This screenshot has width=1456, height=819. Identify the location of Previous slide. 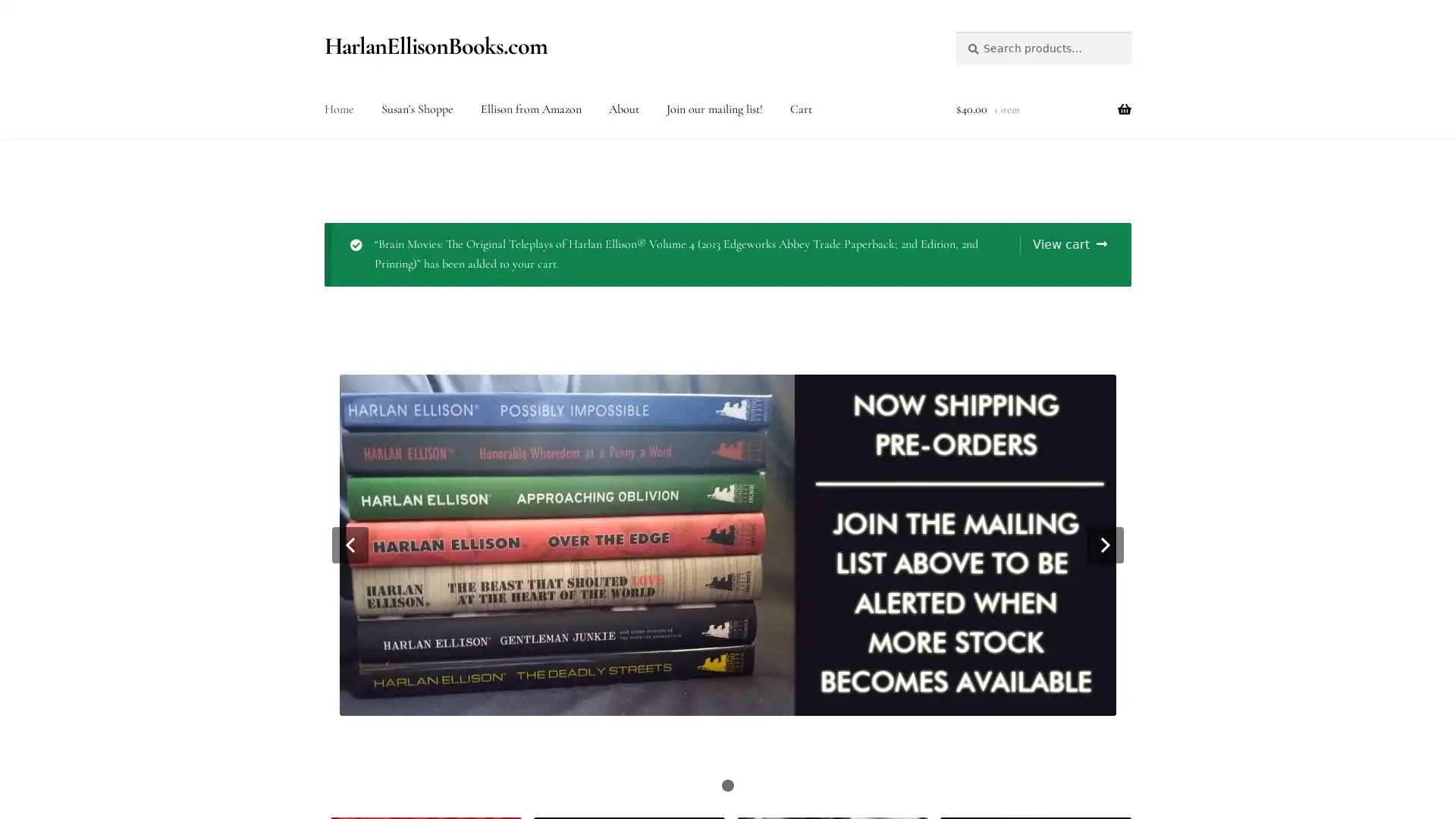
(349, 543).